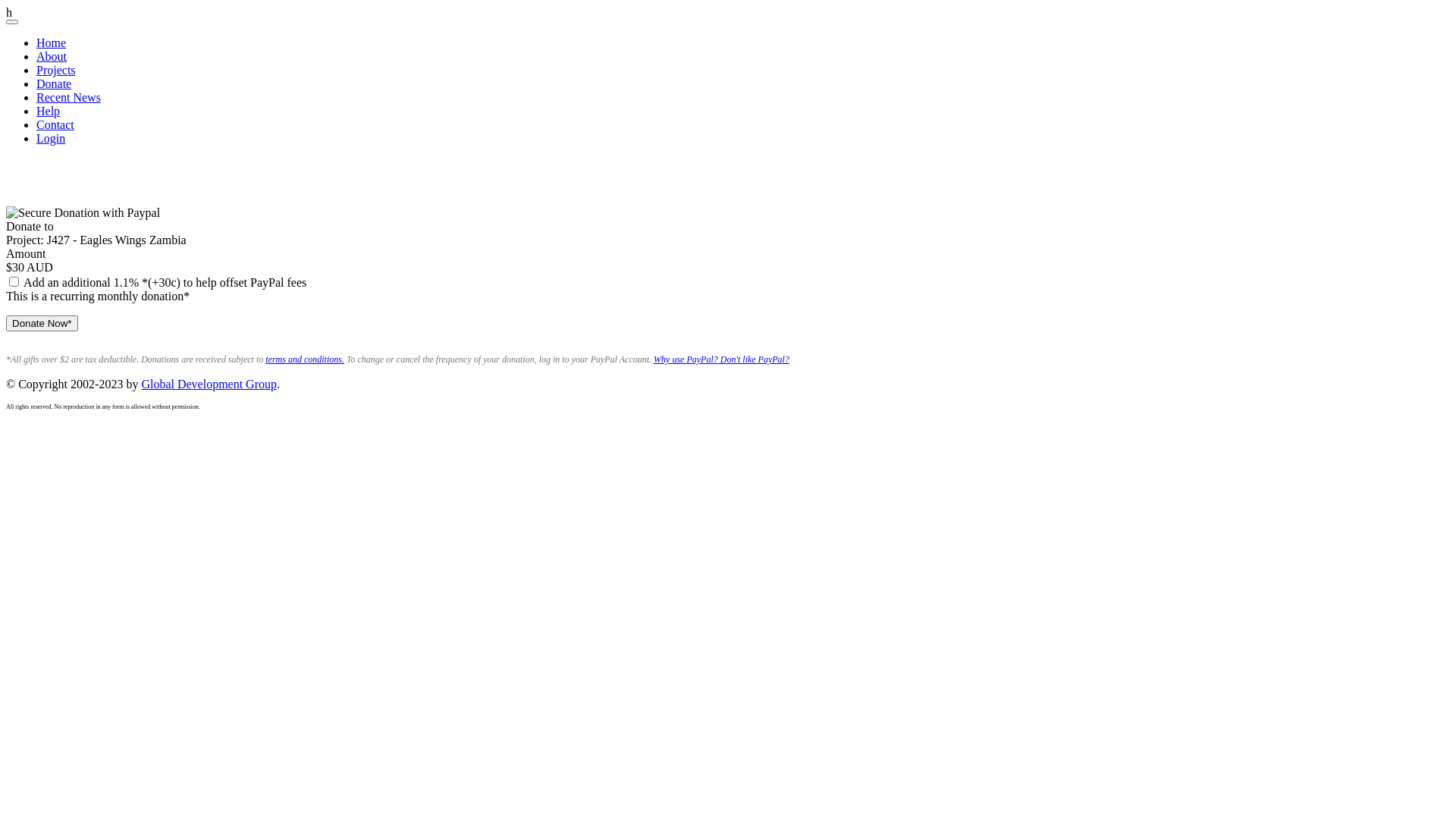 This screenshot has width=1456, height=819. What do you see at coordinates (717, 359) in the screenshot?
I see `'Don't like PayPal?'` at bounding box center [717, 359].